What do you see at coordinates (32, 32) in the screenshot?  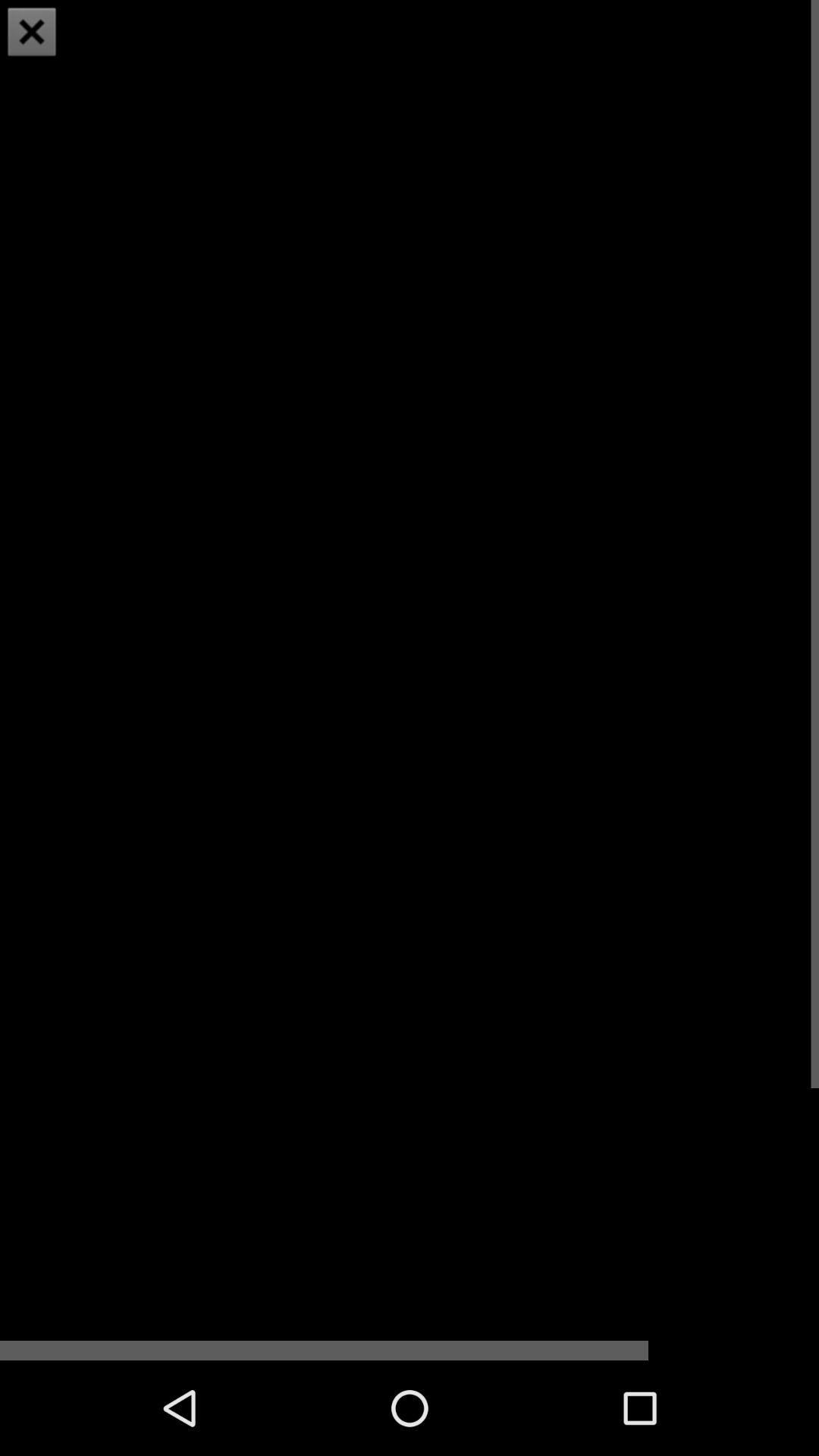 I see `the close icon` at bounding box center [32, 32].